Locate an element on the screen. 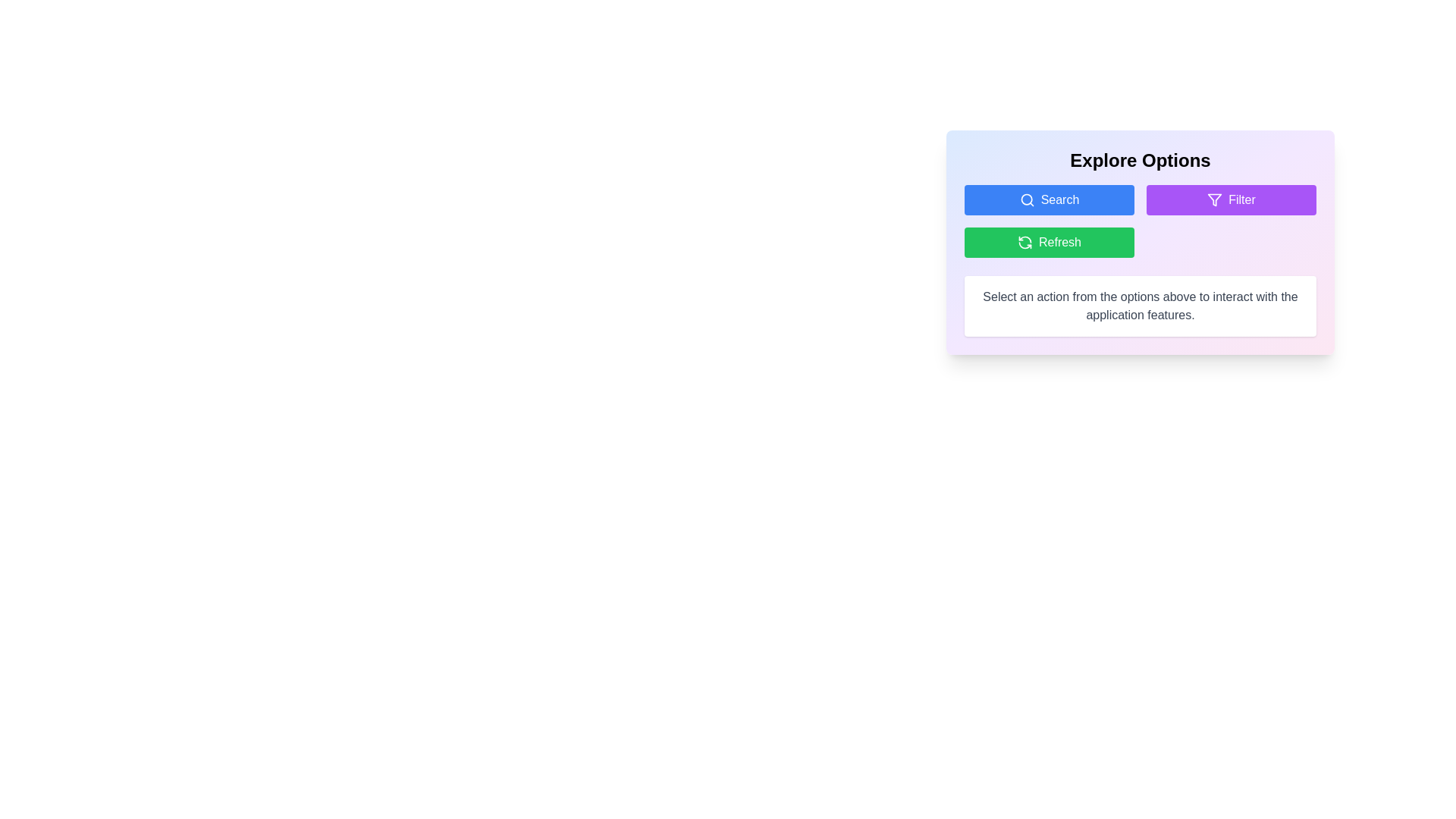 The height and width of the screenshot is (819, 1456). the interactive buttons within the Grid containing action buttons titled 'Search', 'Filter', and 'Refresh' located below the 'Explore Options' header and above the description text 'Select an action' is located at coordinates (1140, 221).